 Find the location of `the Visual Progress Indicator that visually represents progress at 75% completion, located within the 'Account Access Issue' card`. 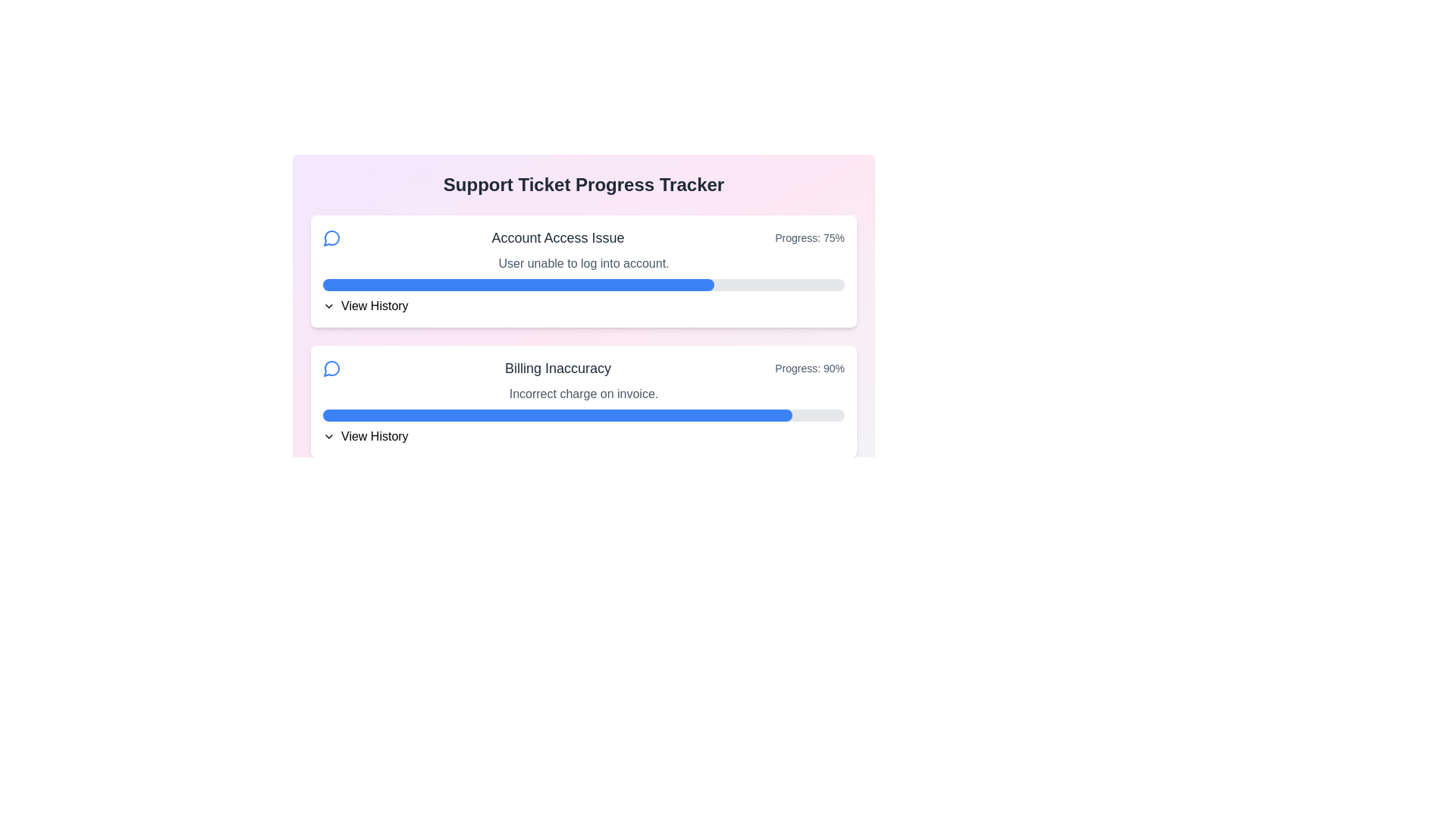

the Visual Progress Indicator that visually represents progress at 75% completion, located within the 'Account Access Issue' card is located at coordinates (519, 284).